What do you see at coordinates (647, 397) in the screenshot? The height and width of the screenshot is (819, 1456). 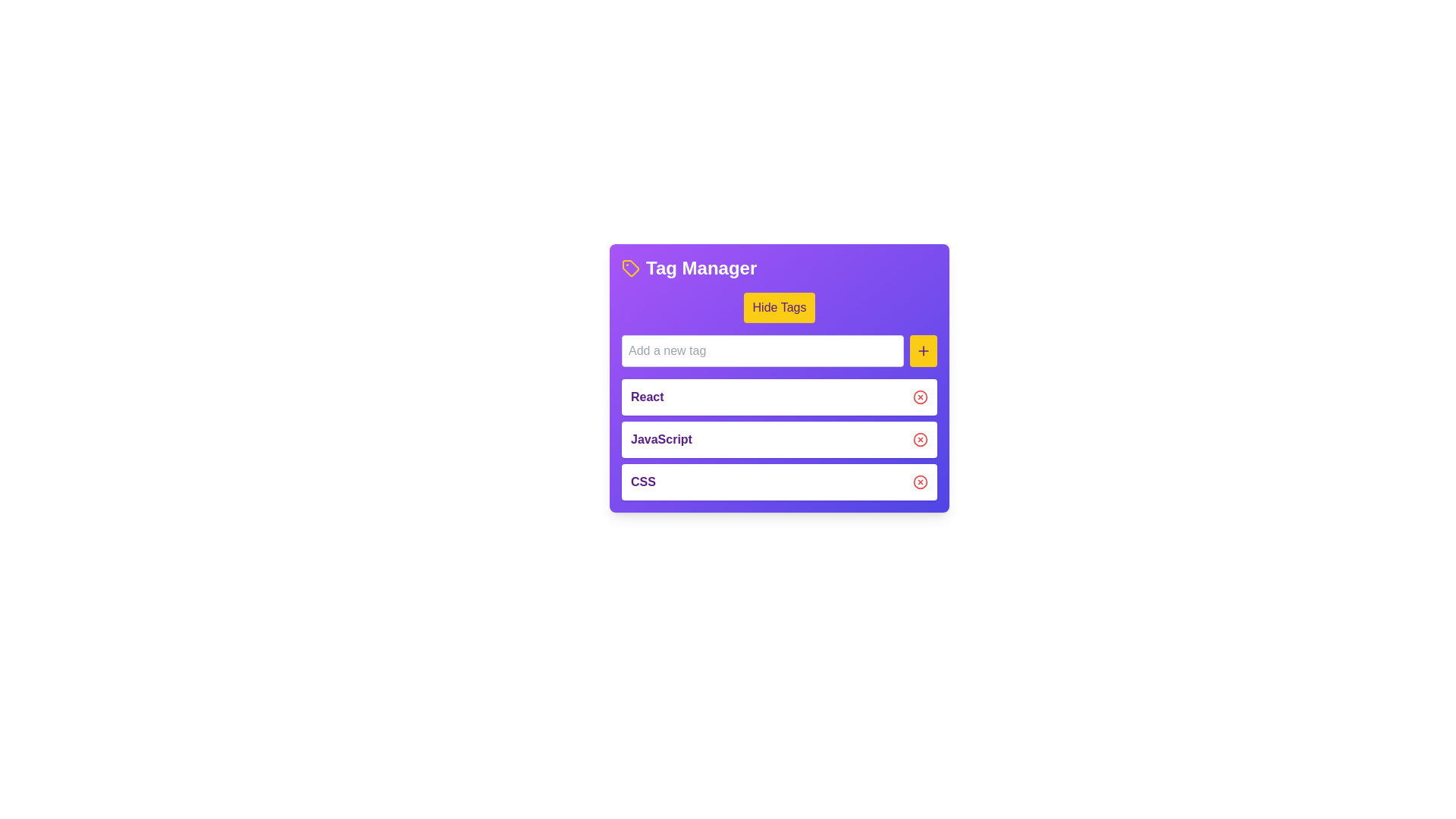 I see `the label displaying 'React' in the first row of the list under the 'Tag Manager' pane, which is aligned to the left within a white box with rounded corners` at bounding box center [647, 397].